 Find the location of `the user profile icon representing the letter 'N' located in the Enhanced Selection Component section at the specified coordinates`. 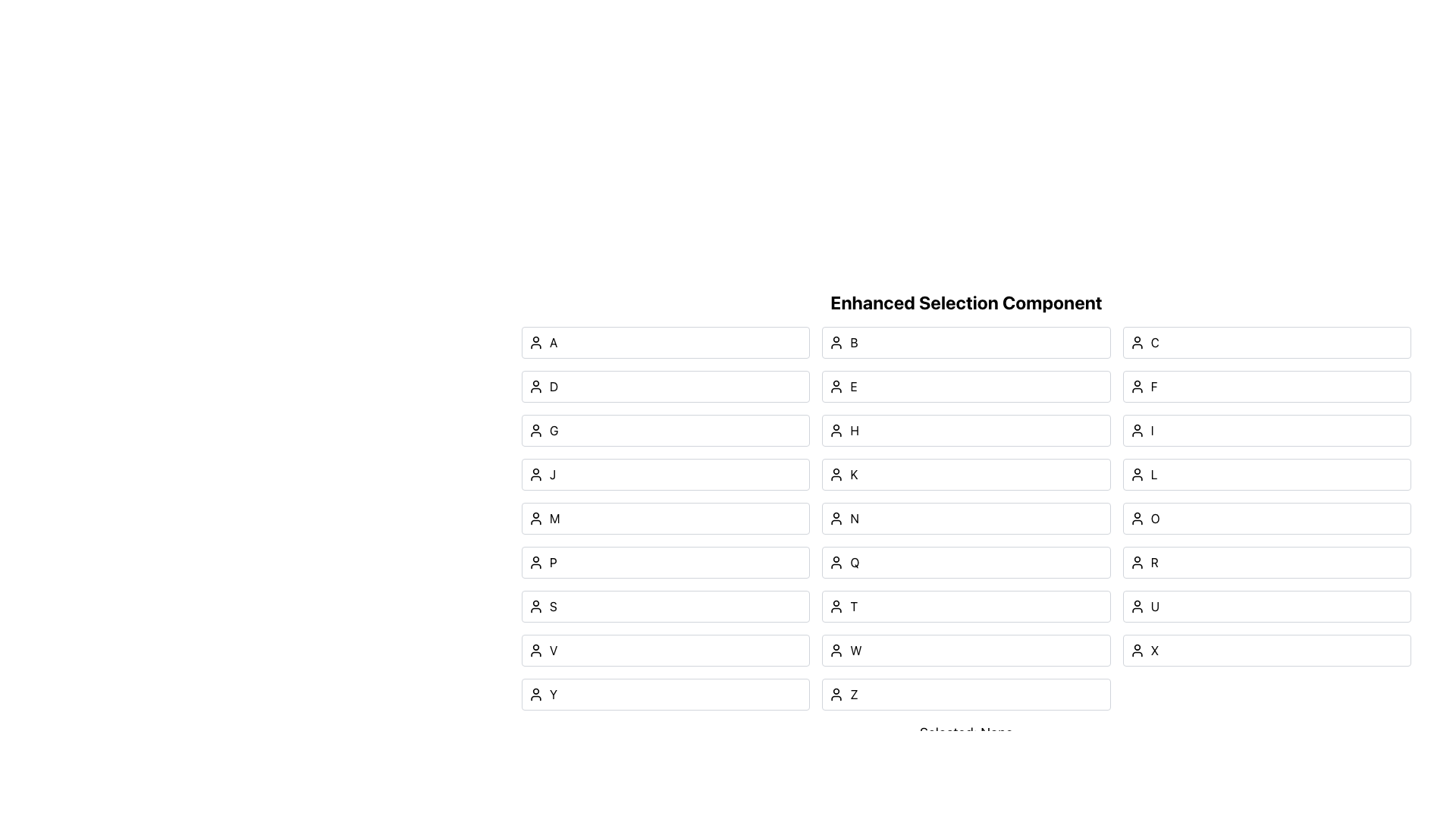

the user profile icon representing the letter 'N' located in the Enhanced Selection Component section at the specified coordinates is located at coordinates (836, 517).